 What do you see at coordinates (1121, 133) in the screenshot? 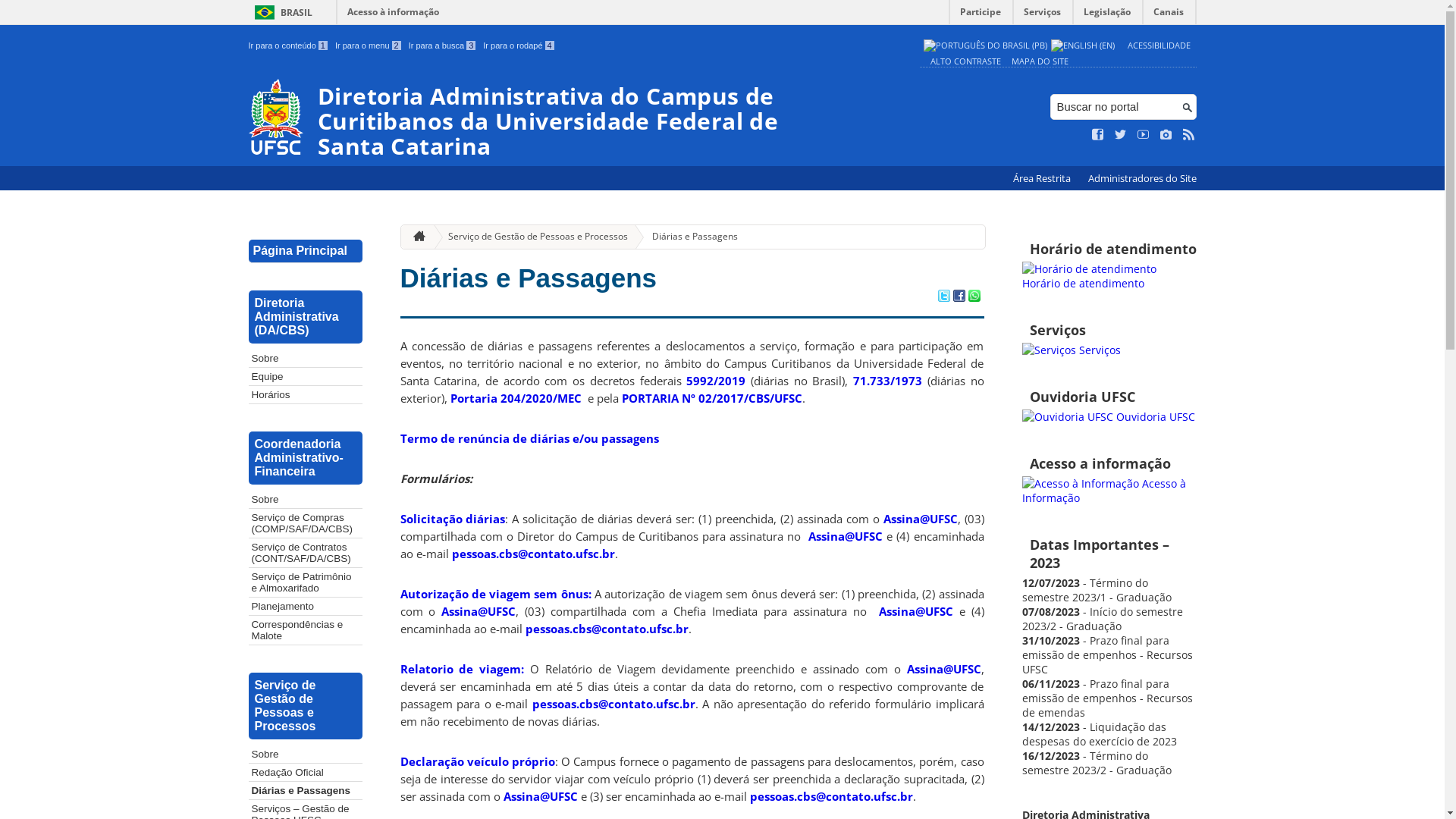
I see `'Siga no Twitter'` at bounding box center [1121, 133].